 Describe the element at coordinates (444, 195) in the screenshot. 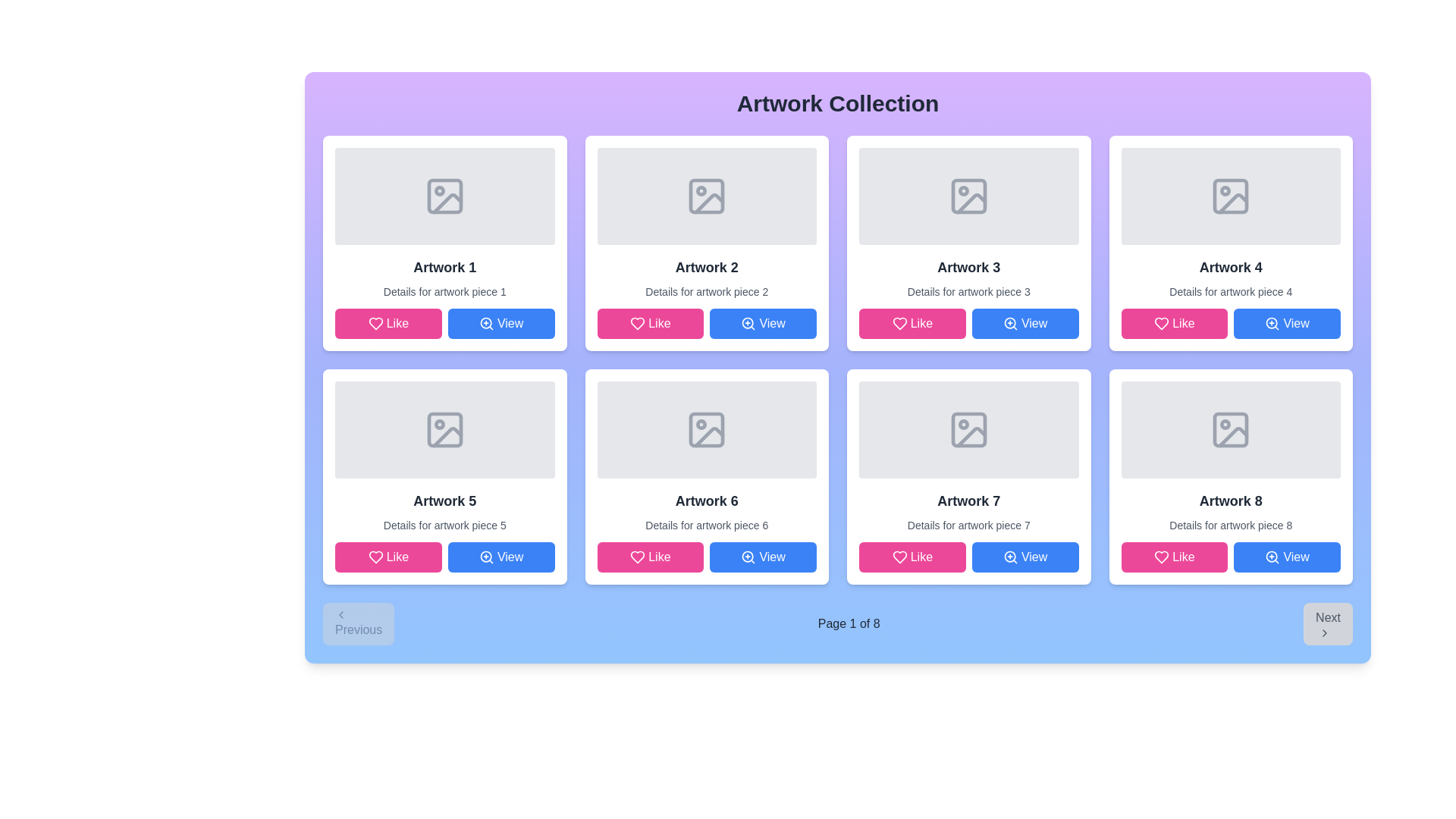

I see `the image placeholder located at the top of the 'Artwork 1' card in the grid layout to interact with it` at that location.